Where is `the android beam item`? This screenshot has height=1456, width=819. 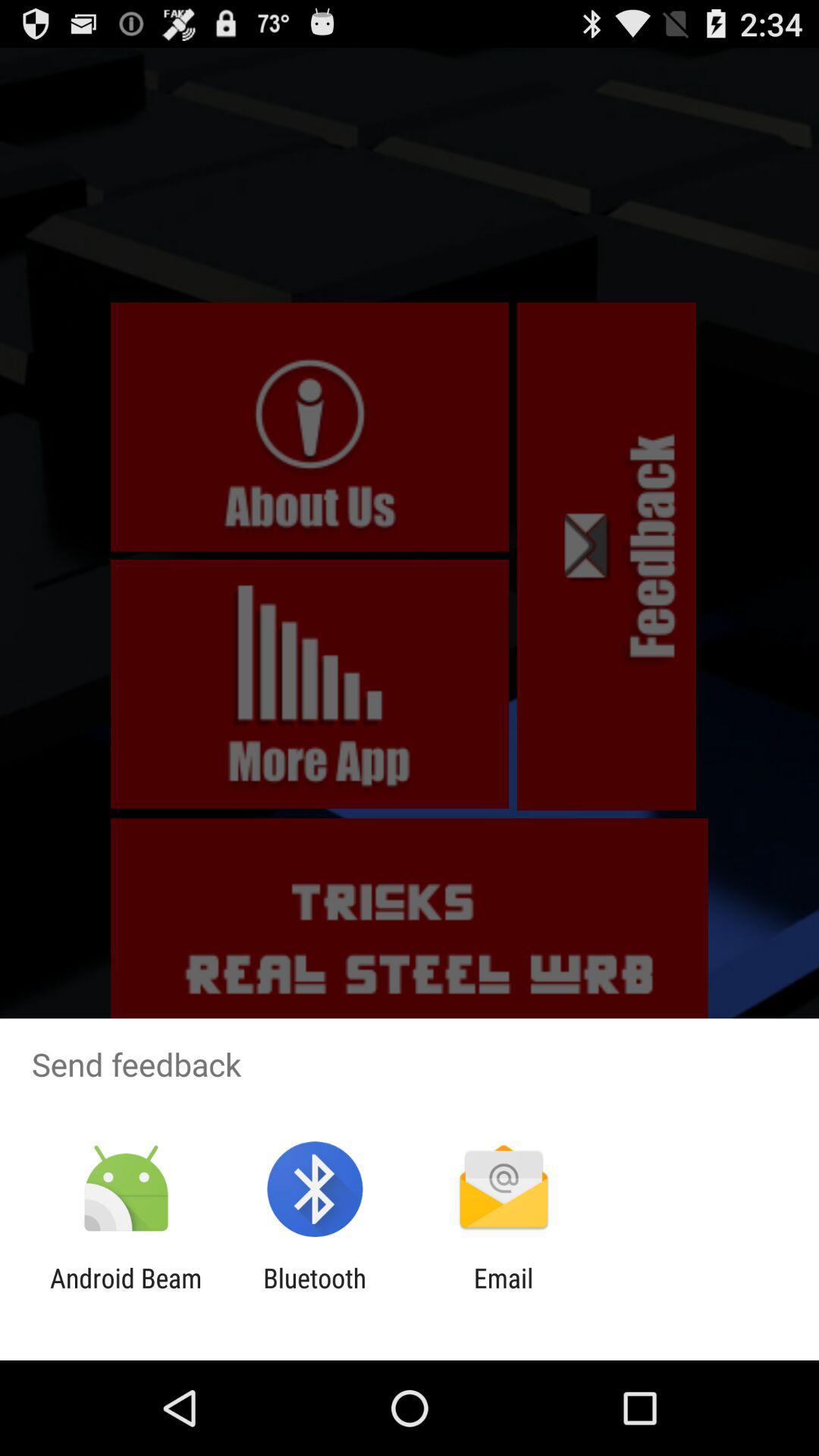
the android beam item is located at coordinates (125, 1293).